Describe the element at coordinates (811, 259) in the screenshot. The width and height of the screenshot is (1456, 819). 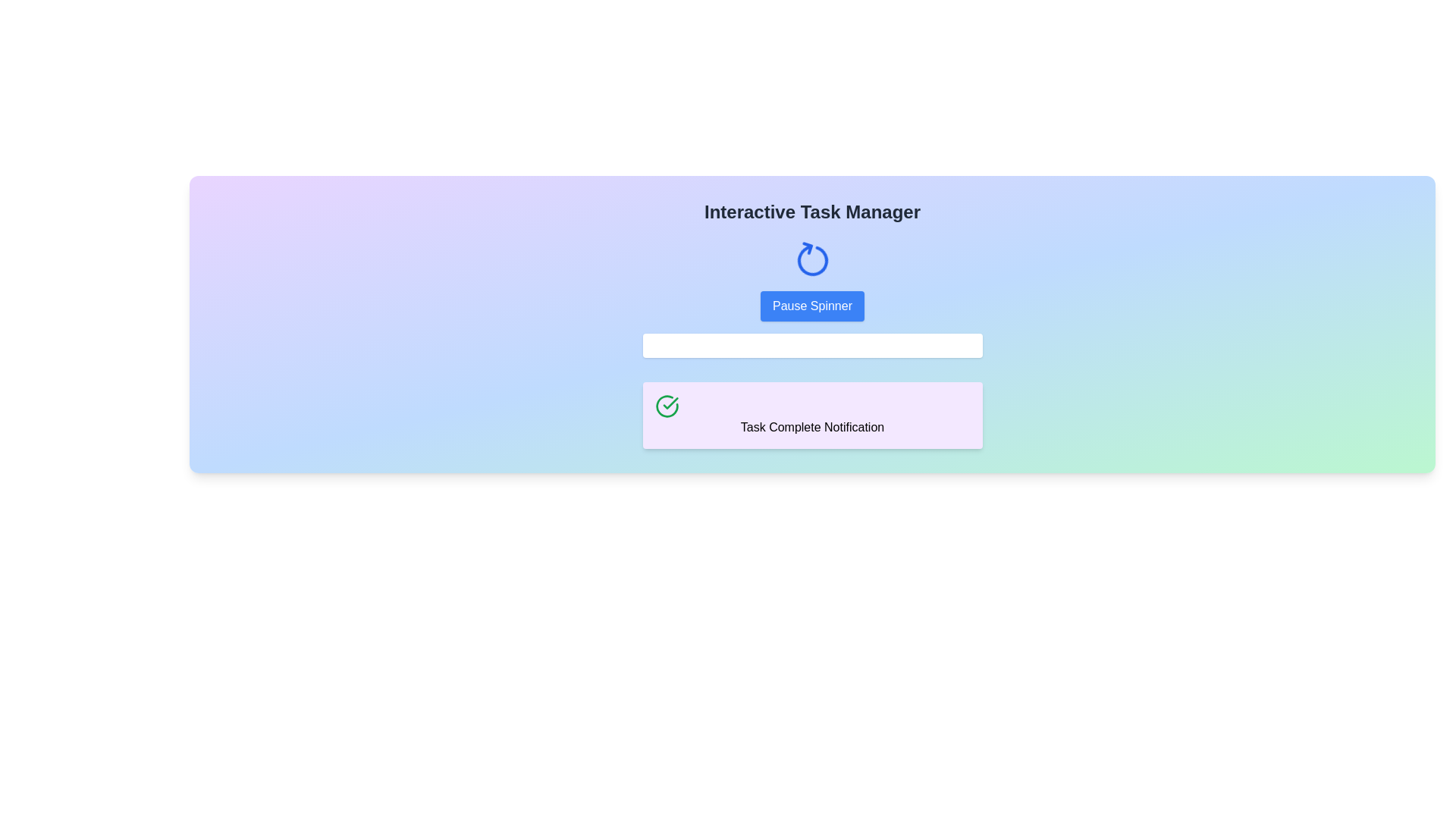
I see `the animated icon that serves as a dynamic visual indicator, located centrally above the 'Pause Spinner' button` at that location.